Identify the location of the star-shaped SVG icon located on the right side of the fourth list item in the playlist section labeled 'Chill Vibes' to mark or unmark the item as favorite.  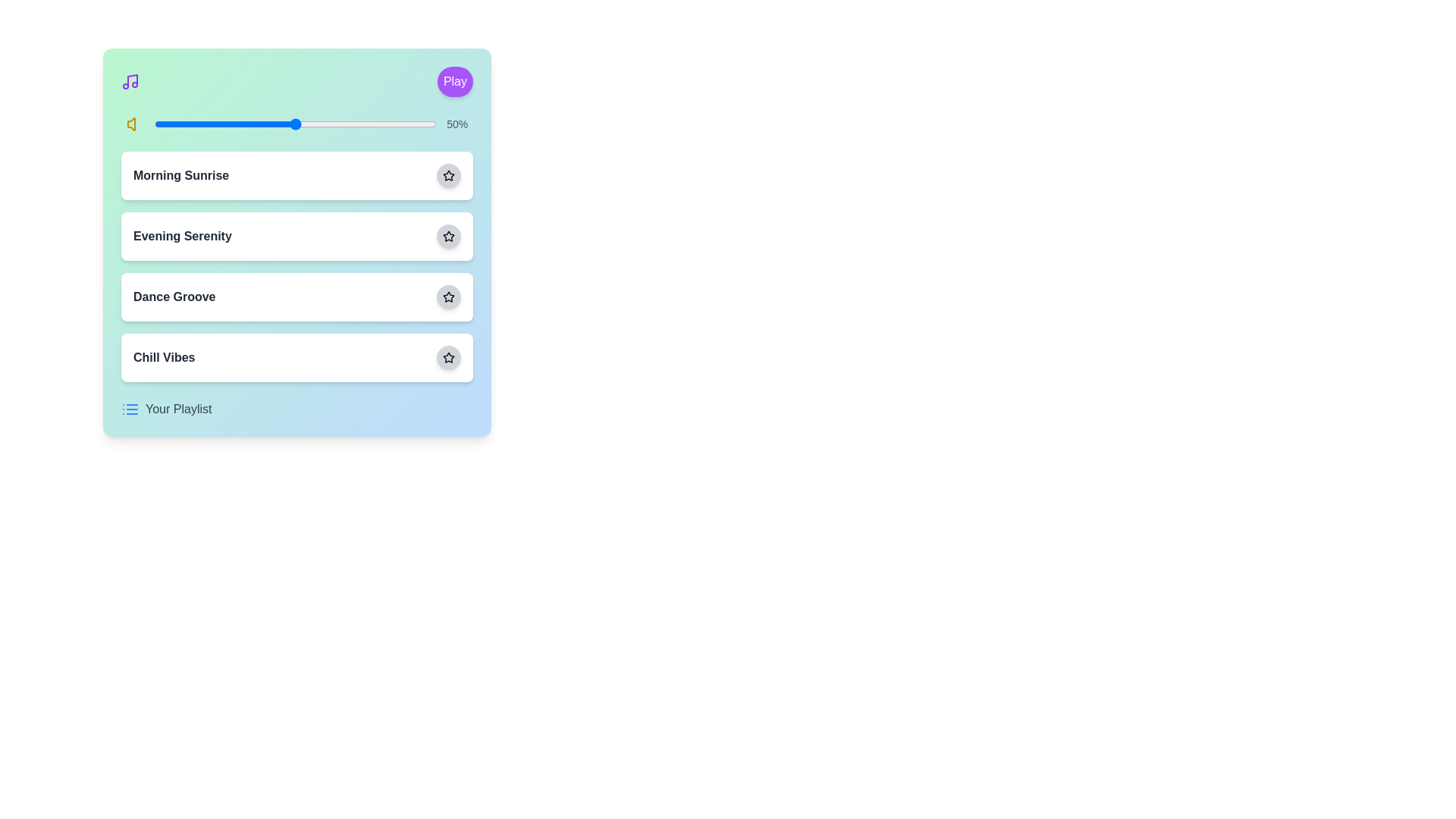
(447, 357).